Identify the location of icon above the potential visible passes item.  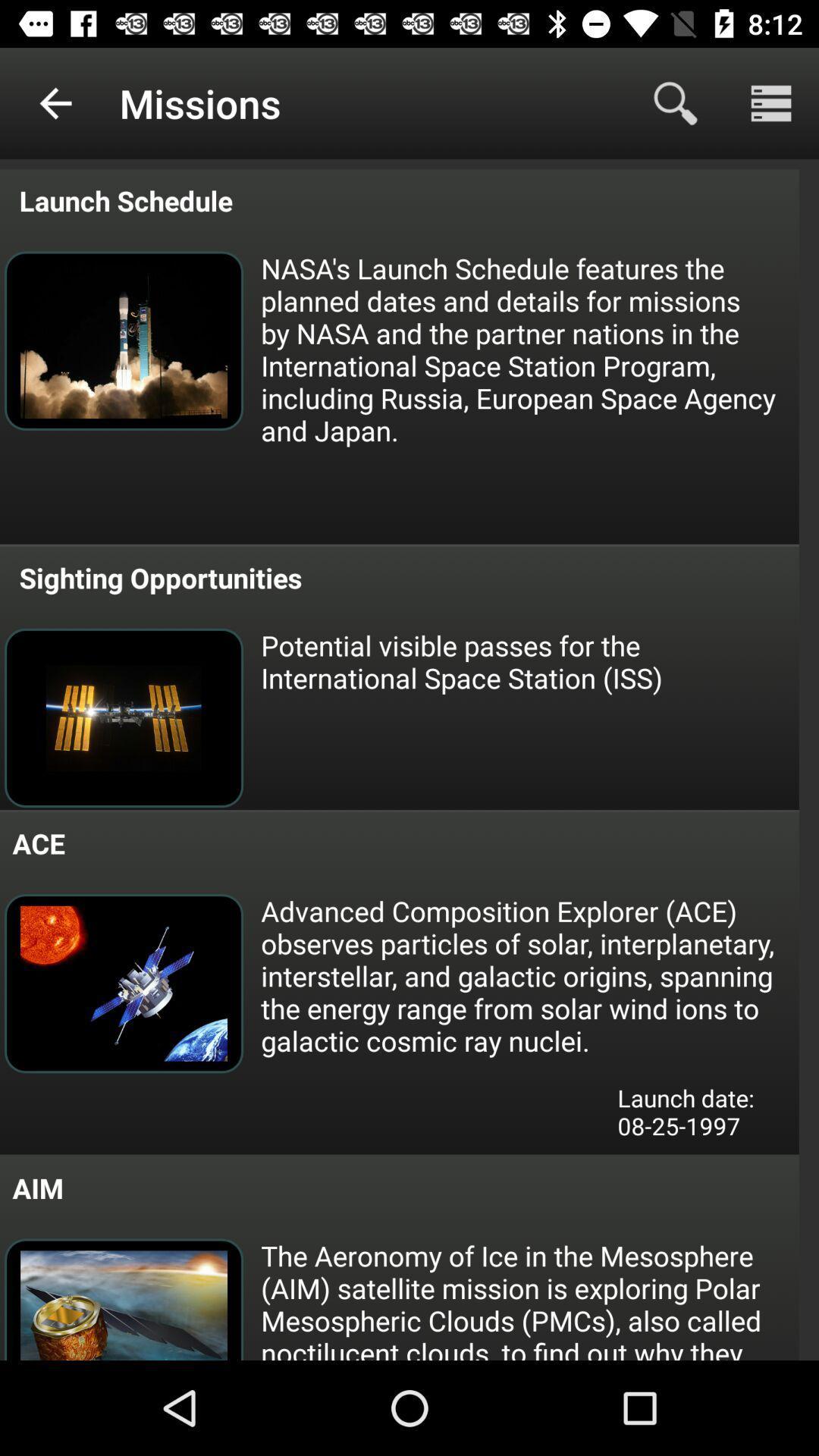
(157, 577).